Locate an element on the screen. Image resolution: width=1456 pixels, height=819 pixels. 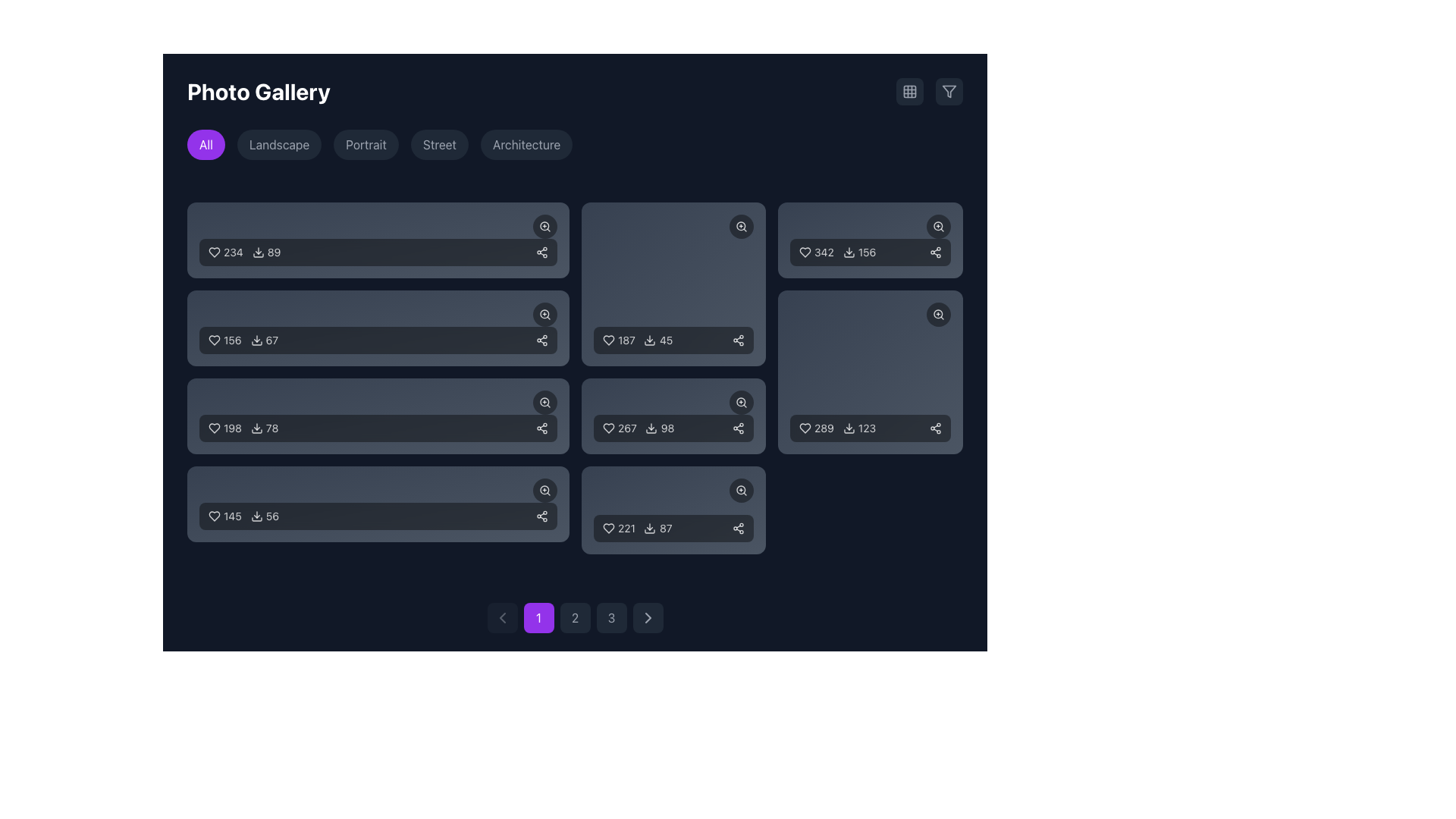
the 'like' vector icon located at the top-left corner inside a rectangular card, which indicates approval or saving preferences is located at coordinates (805, 251).